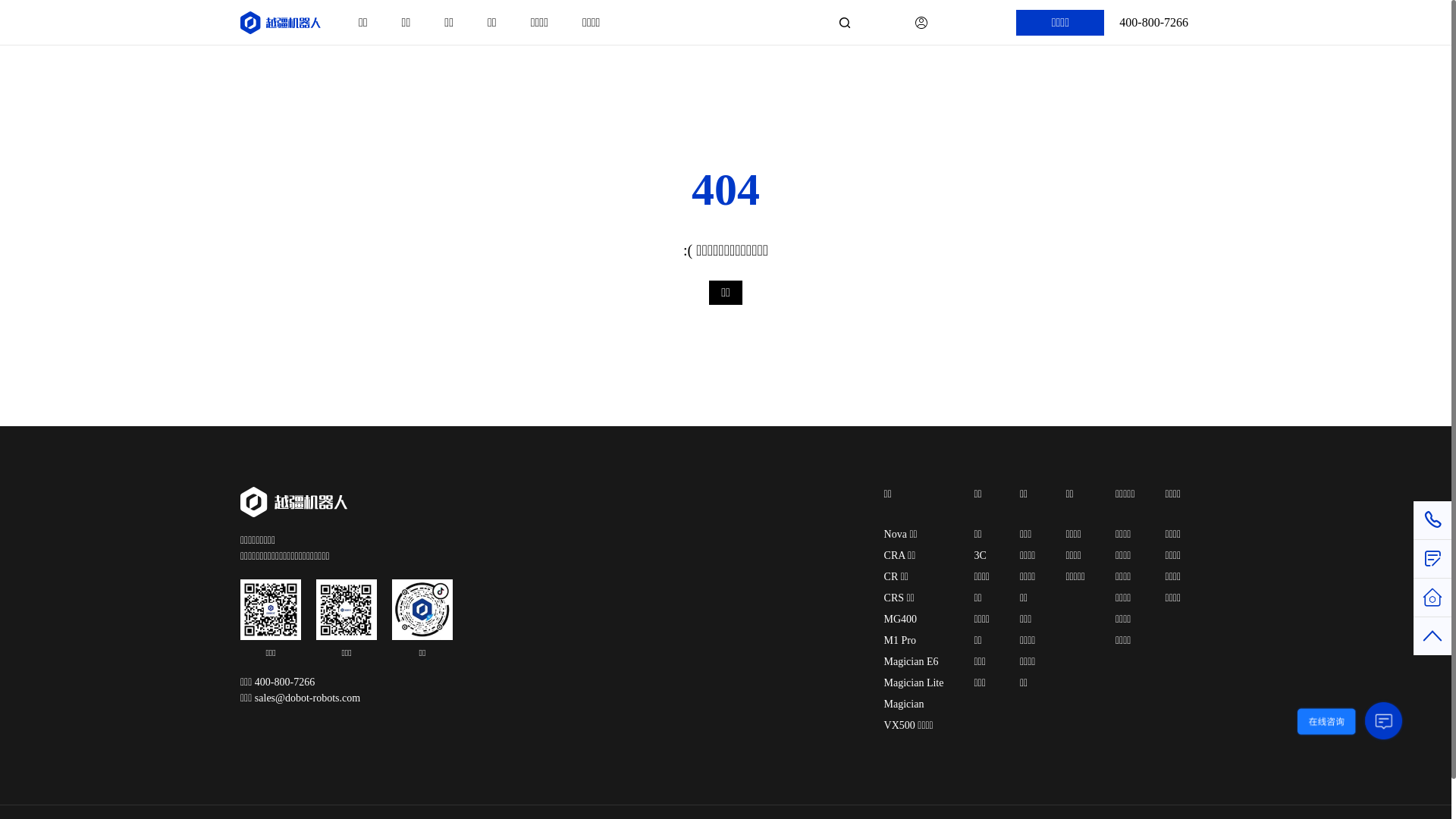 This screenshot has width=1456, height=819. I want to click on 'Magician Lite', so click(913, 682).